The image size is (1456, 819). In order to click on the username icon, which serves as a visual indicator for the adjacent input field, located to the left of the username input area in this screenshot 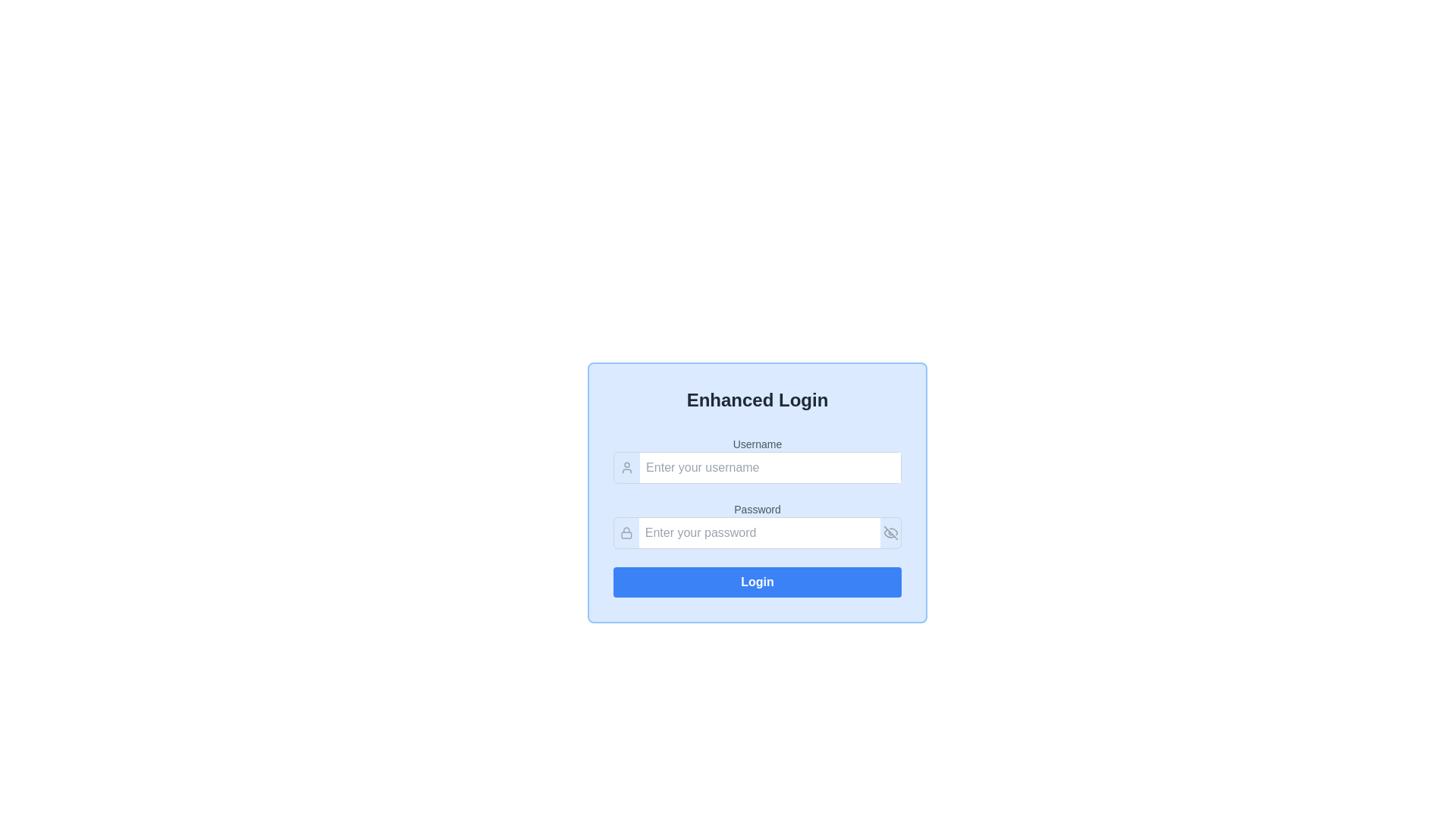, I will do `click(627, 467)`.